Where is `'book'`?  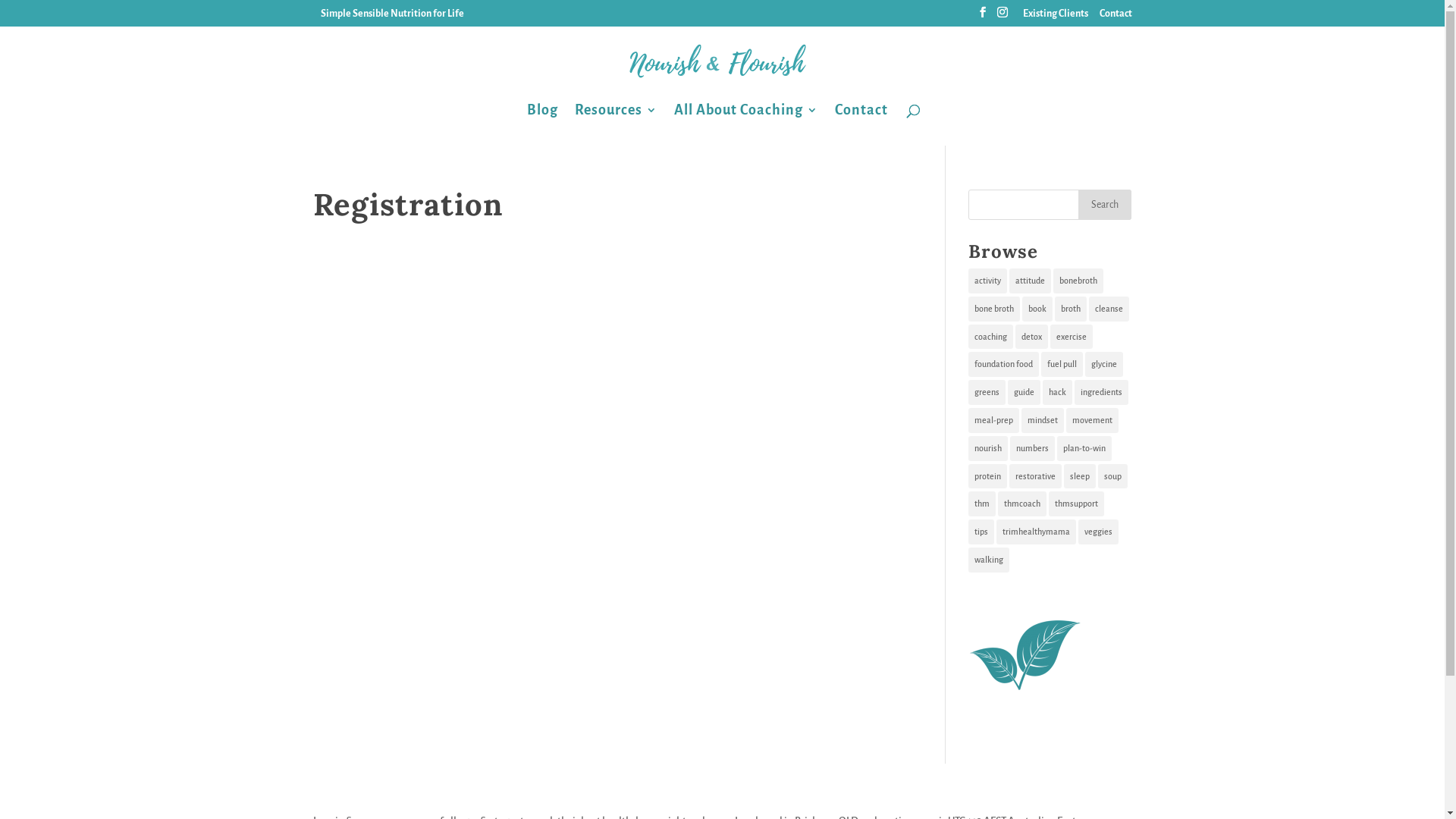
'book' is located at coordinates (1037, 308).